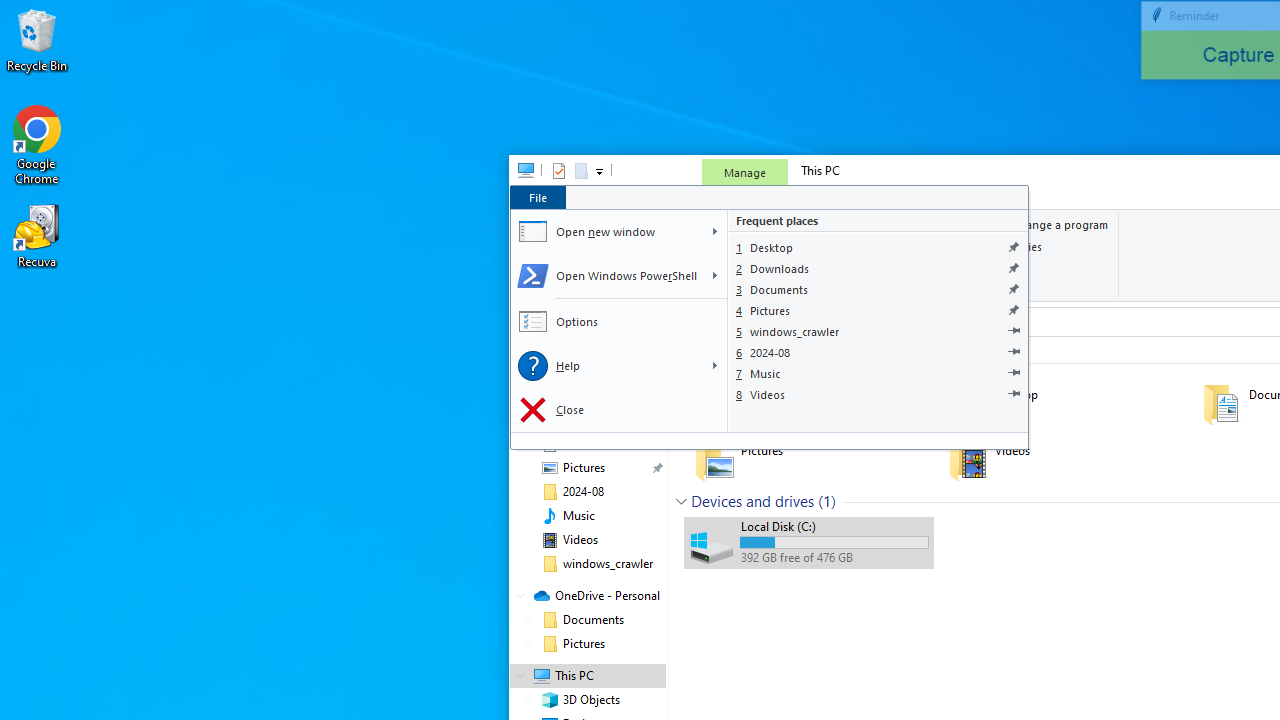 The height and width of the screenshot is (720, 1280). What do you see at coordinates (878, 246) in the screenshot?
I see `'Desktop'` at bounding box center [878, 246].